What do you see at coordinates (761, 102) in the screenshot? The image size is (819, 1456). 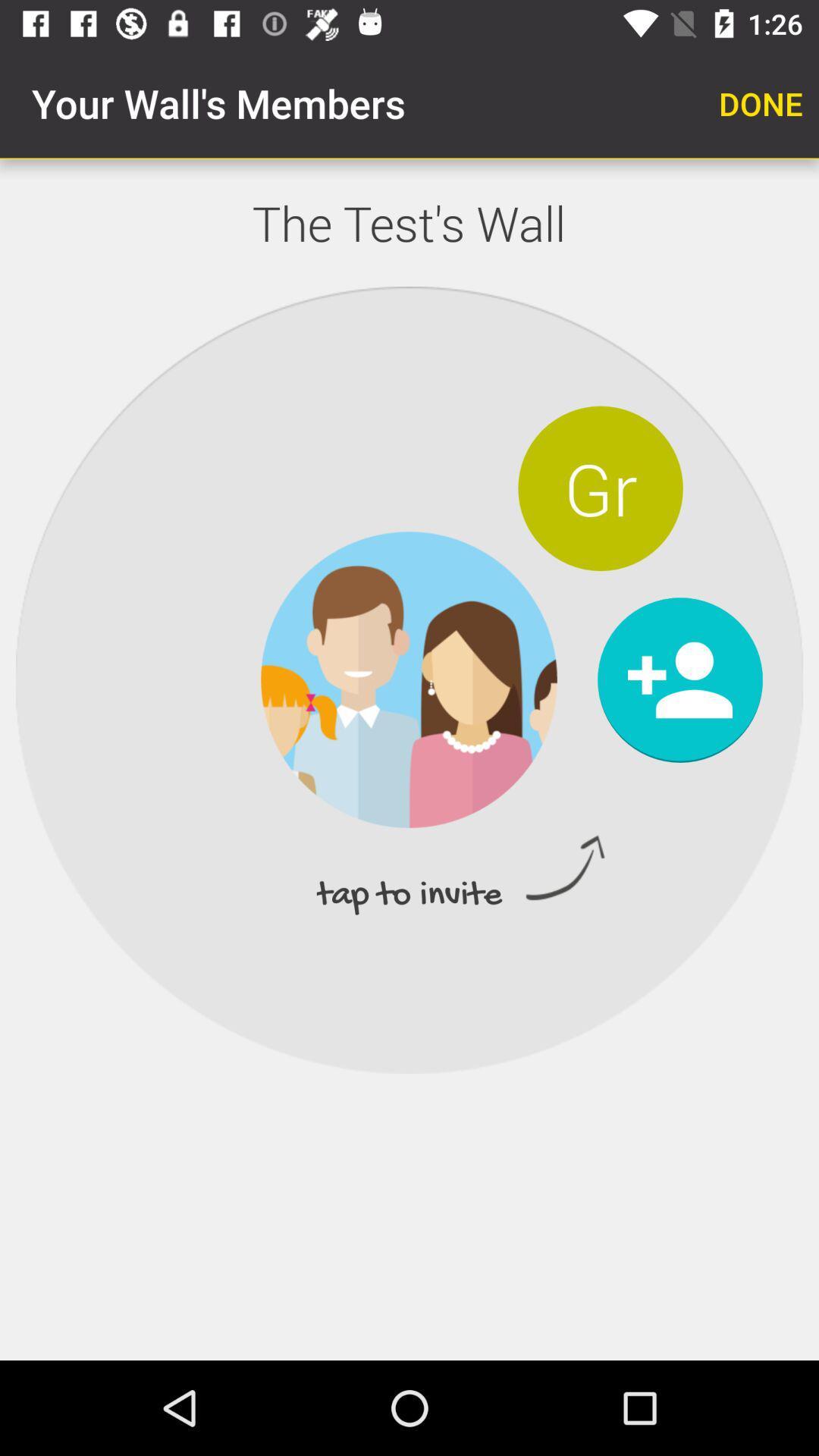 I see `the item at the top right corner` at bounding box center [761, 102].